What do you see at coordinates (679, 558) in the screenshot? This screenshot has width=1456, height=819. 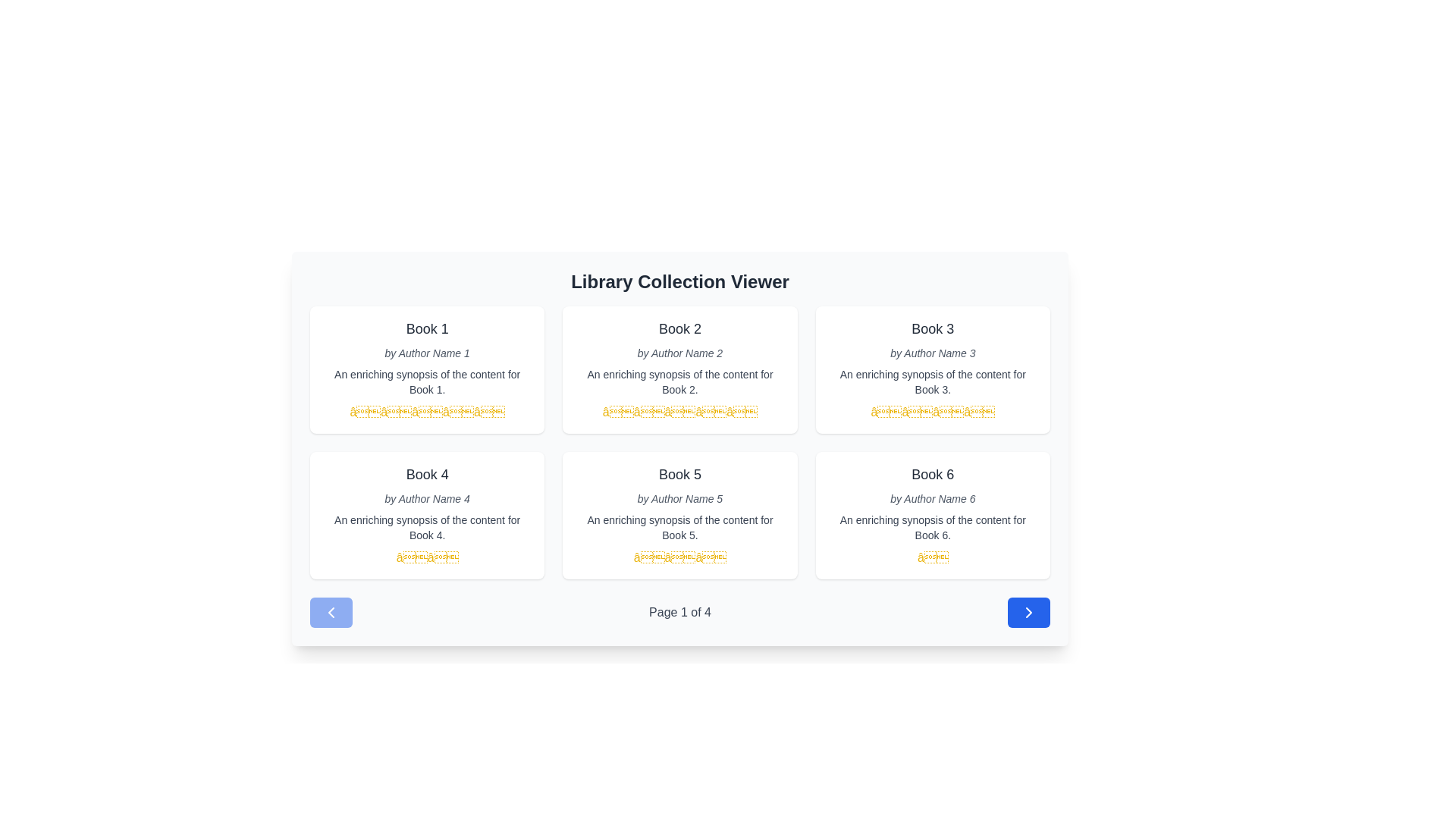 I see `the rating component consisting of three yellow star icons located below the synopsis text for 'Book 5' in the second row and second column of the grid layout` at bounding box center [679, 558].